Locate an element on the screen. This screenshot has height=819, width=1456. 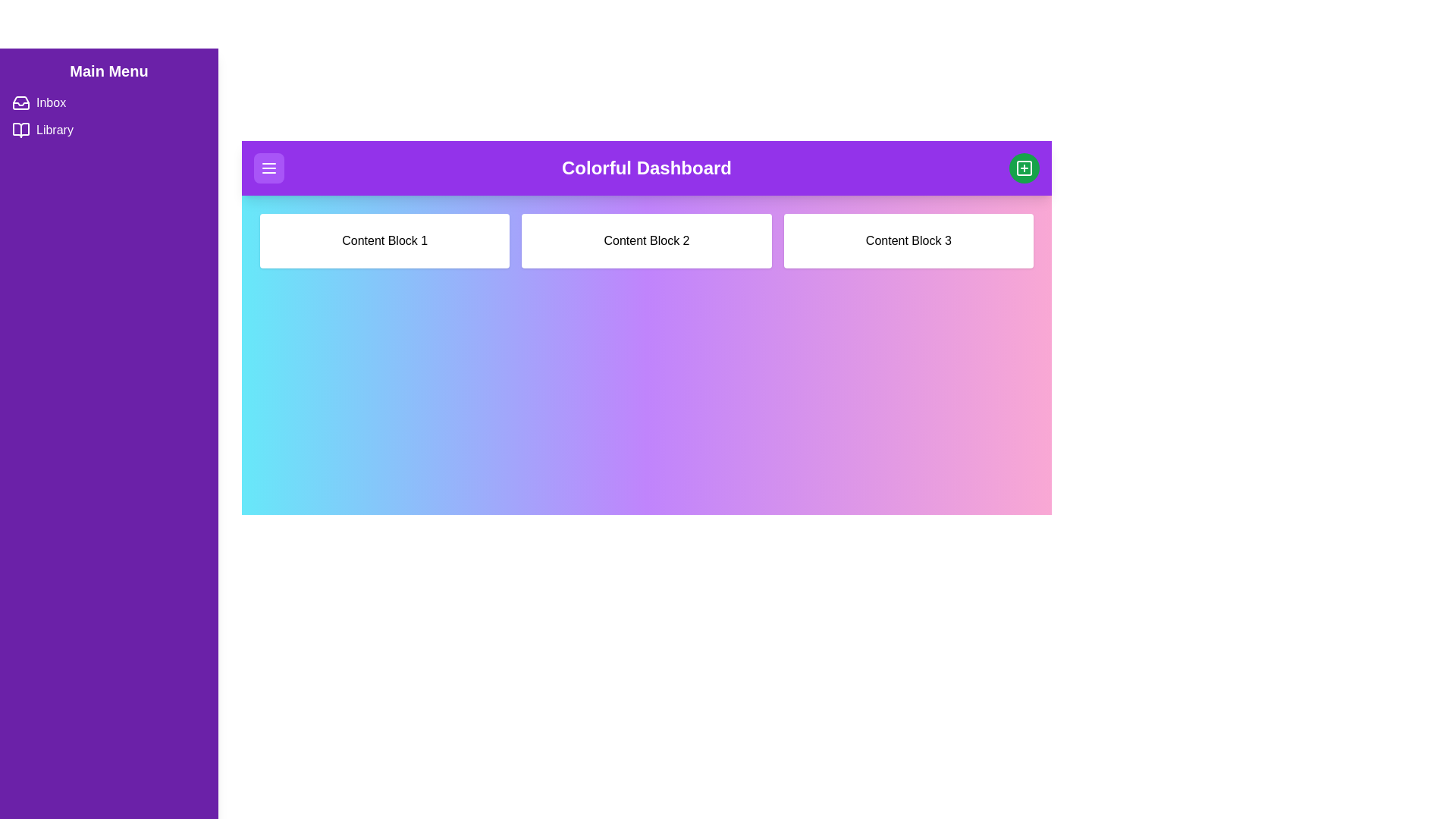
the menu button to toggle the menu visibility is located at coordinates (269, 168).